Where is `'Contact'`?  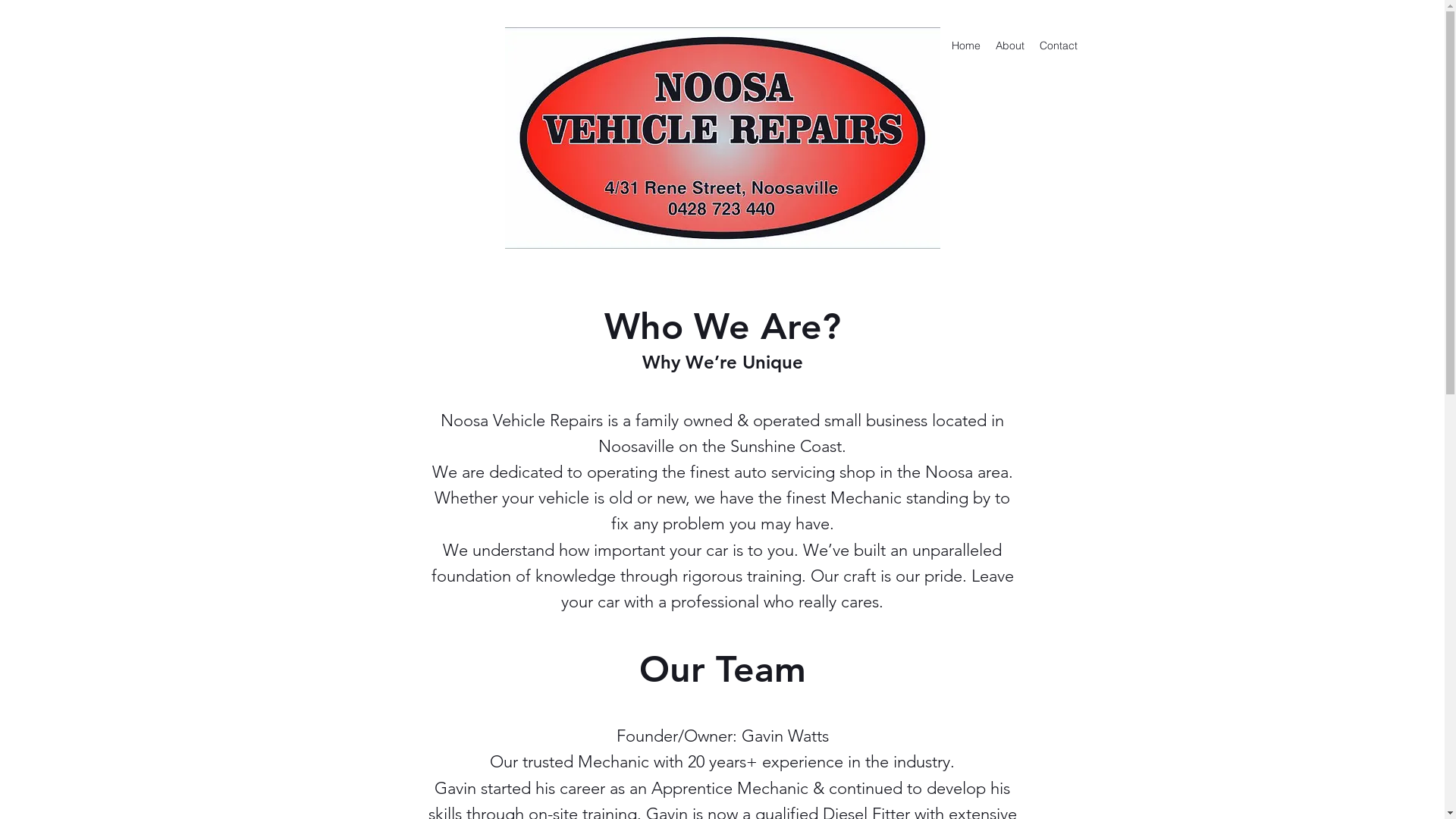 'Contact' is located at coordinates (1031, 45).